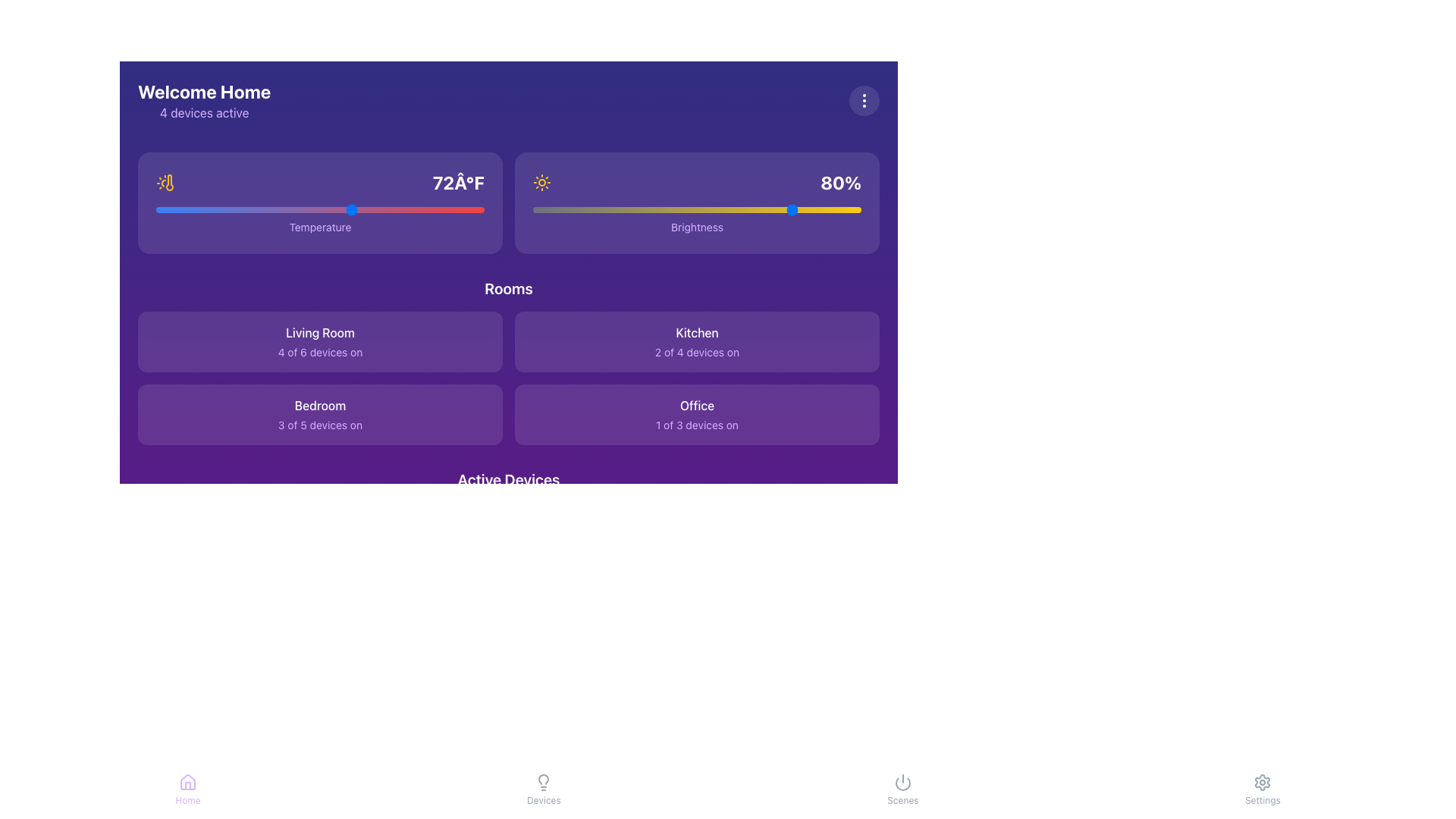 Image resolution: width=1456 pixels, height=819 pixels. I want to click on the card UI component labeled 'Bedroom', which is the third card in a two-column grid layout under the 'Rooms' heading, so click(319, 415).